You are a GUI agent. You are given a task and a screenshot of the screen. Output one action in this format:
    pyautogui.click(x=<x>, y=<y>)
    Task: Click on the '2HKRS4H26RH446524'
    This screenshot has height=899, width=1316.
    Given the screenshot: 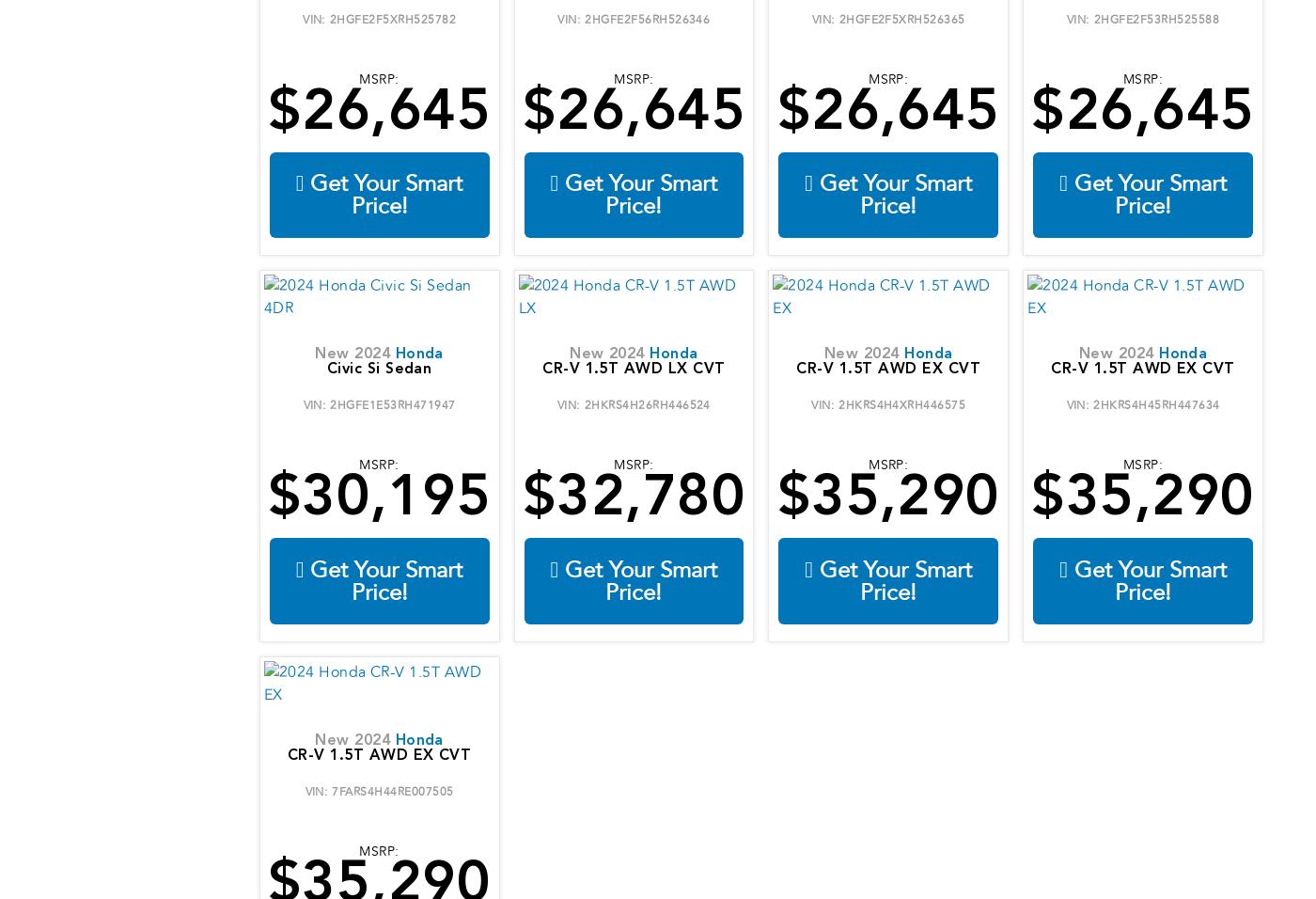 What is the action you would take?
    pyautogui.click(x=646, y=404)
    